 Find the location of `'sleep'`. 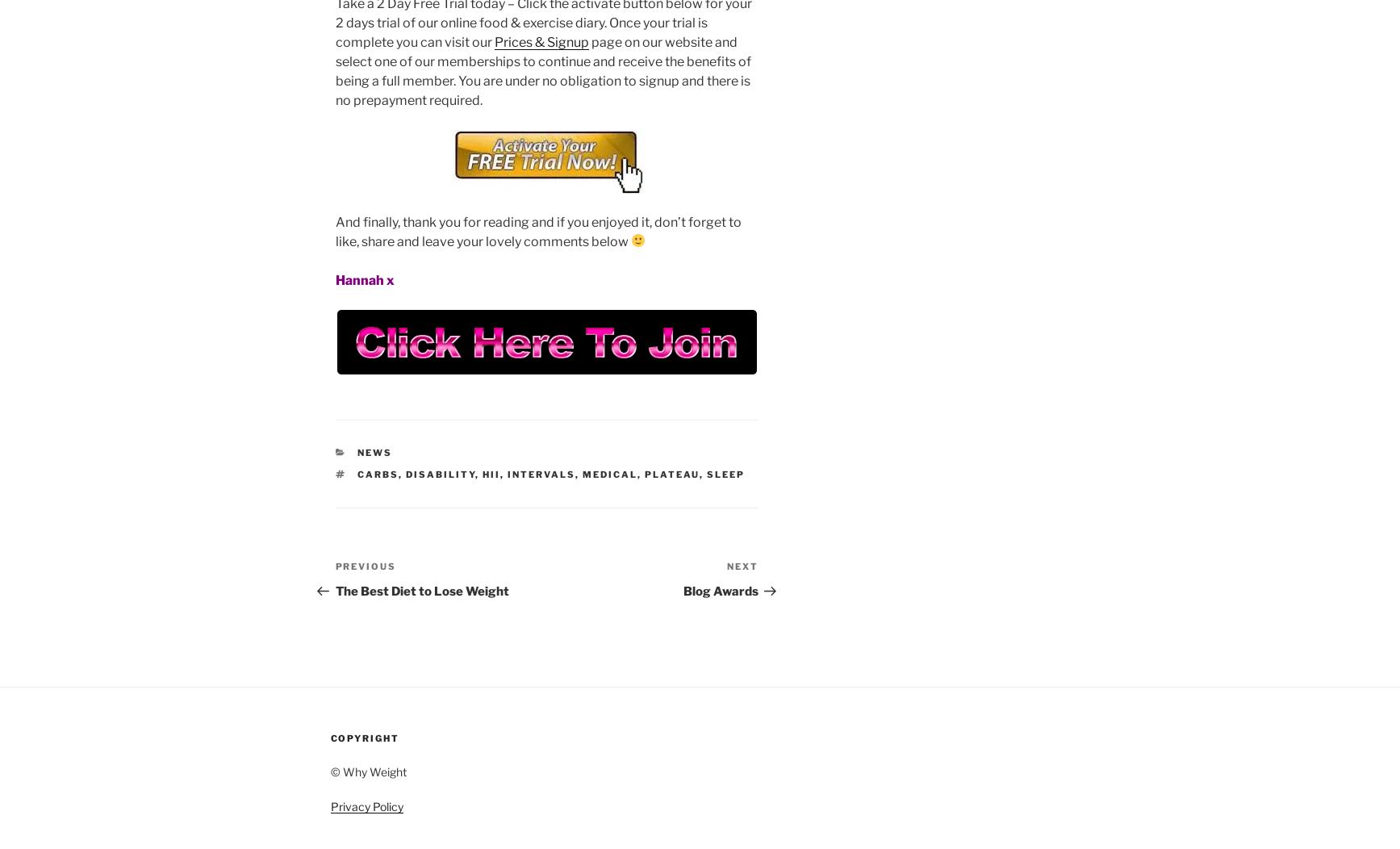

'sleep' is located at coordinates (725, 473).